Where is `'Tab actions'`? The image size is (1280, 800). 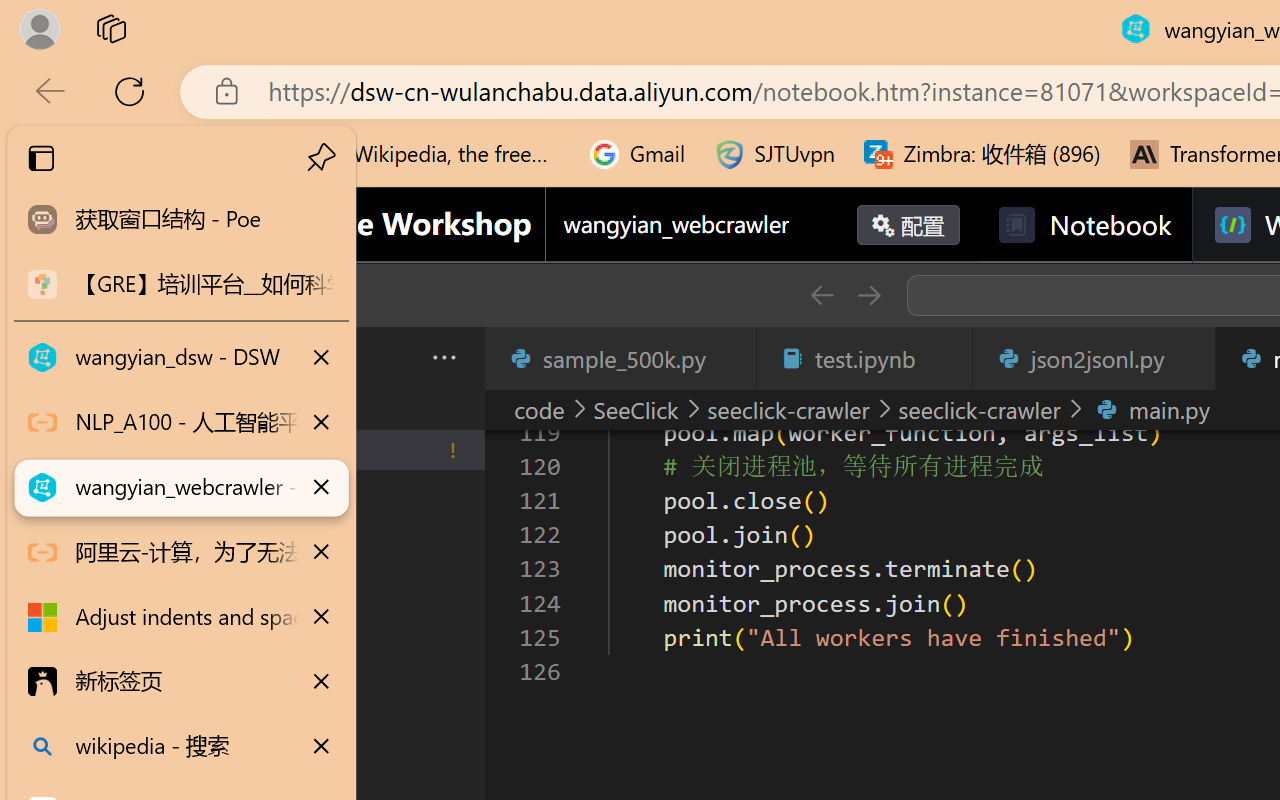
'Tab actions' is located at coordinates (1188, 358).